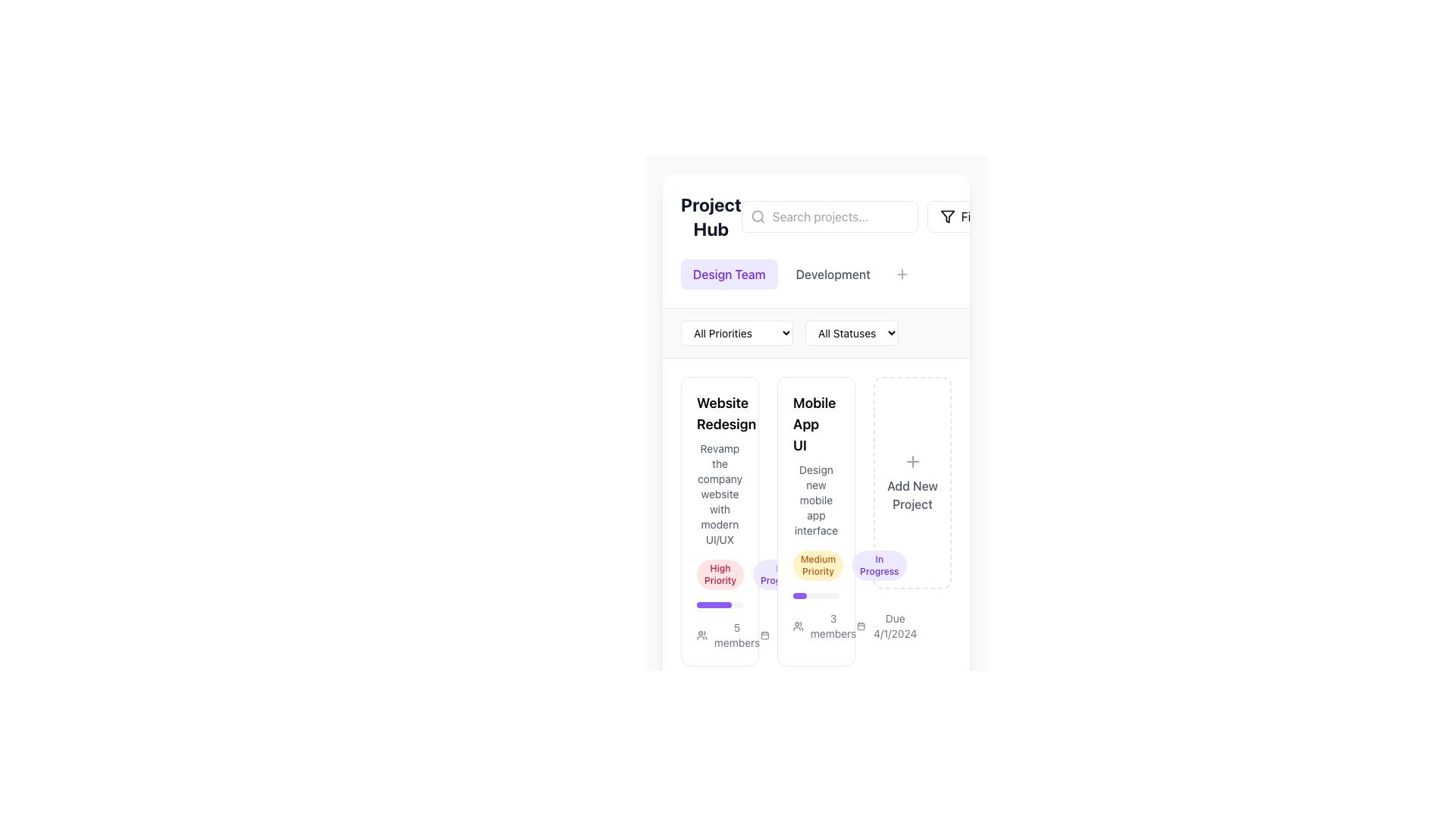  What do you see at coordinates (833, 626) in the screenshot?
I see `the Text Label displaying '3 members', located in the lower section of the 'Mobile App UI' card, near a people icon` at bounding box center [833, 626].